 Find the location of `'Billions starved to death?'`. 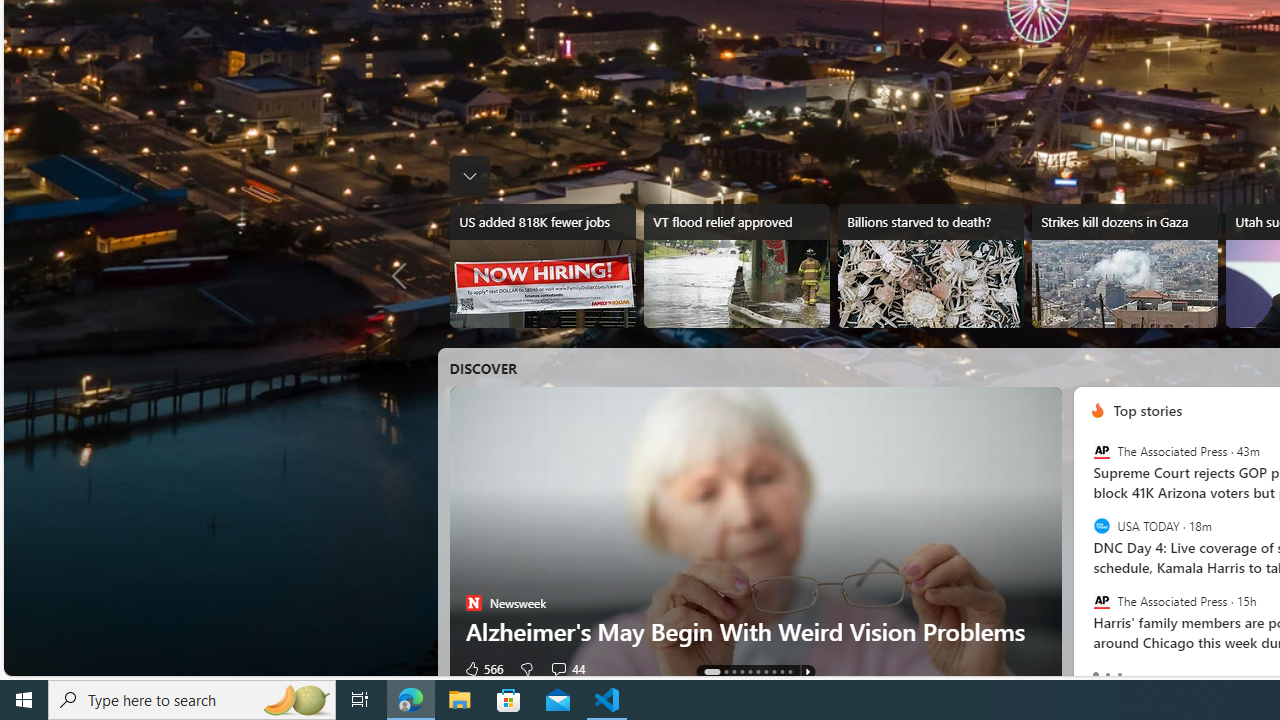

'Billions starved to death?' is located at coordinates (929, 265).